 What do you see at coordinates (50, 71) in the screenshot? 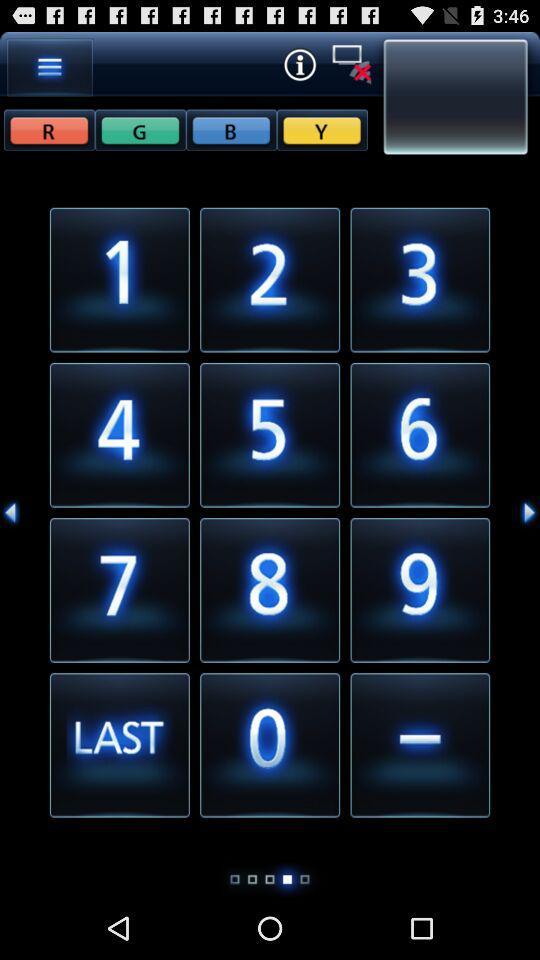
I see `the menu icon` at bounding box center [50, 71].